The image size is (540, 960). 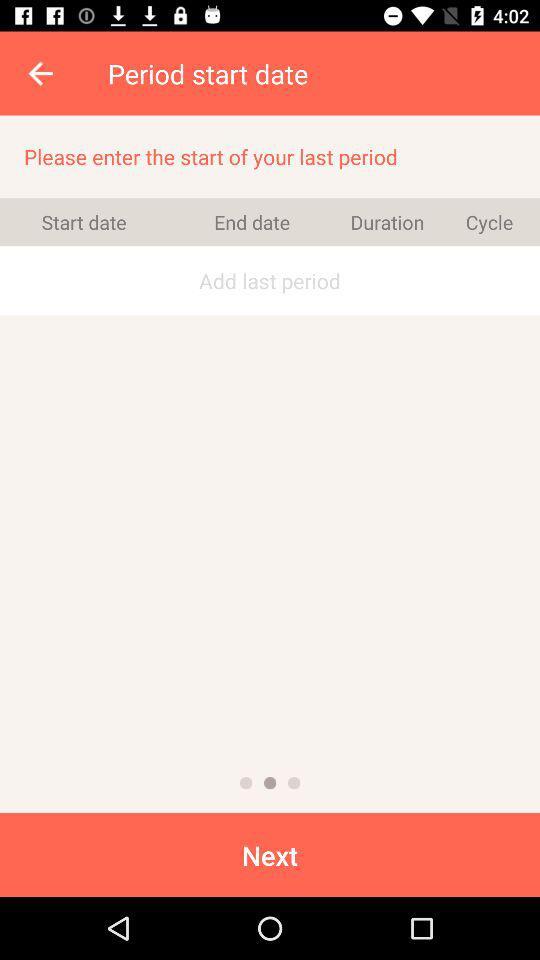 What do you see at coordinates (293, 783) in the screenshot?
I see `third page` at bounding box center [293, 783].